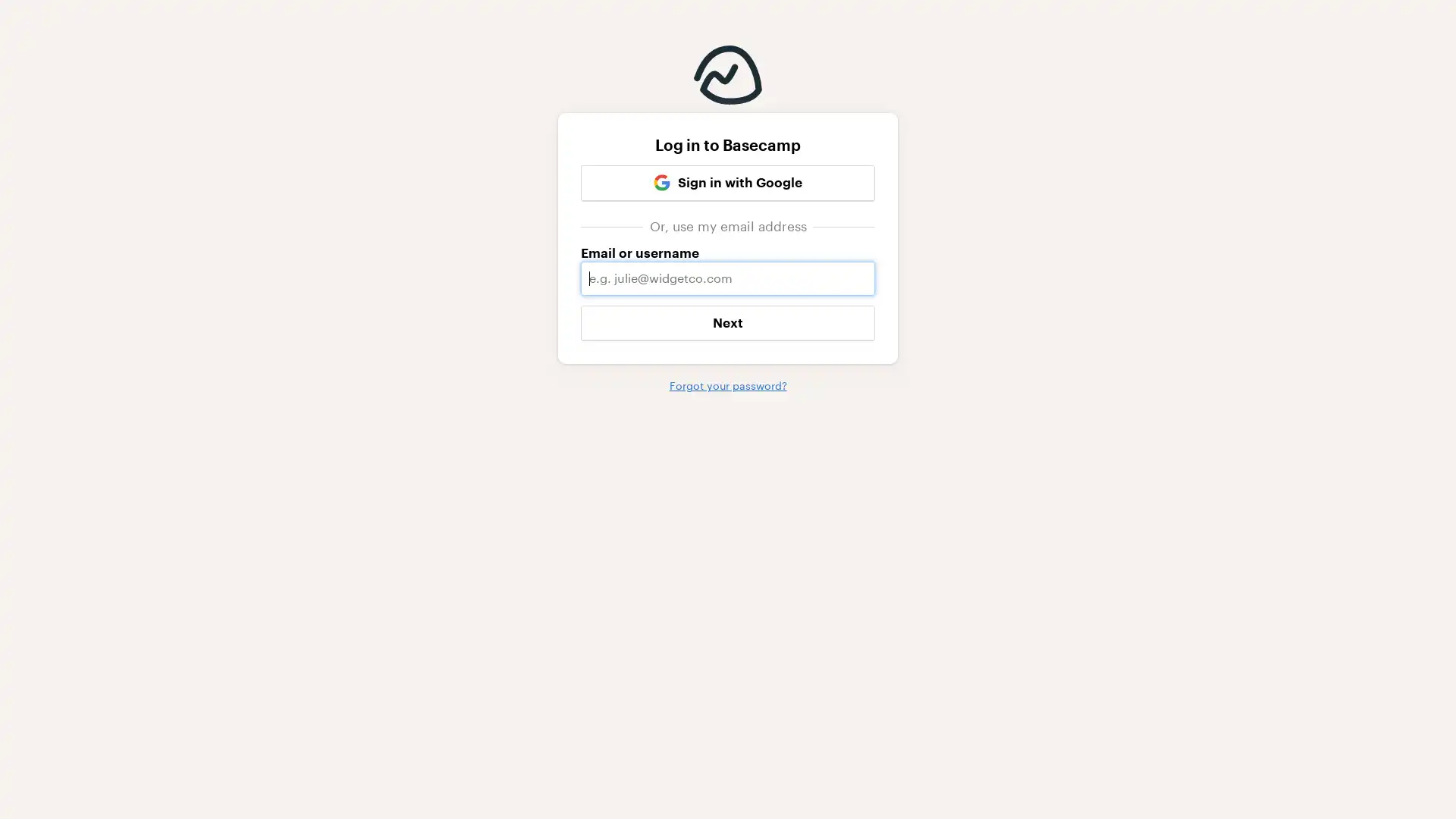  Describe the element at coordinates (728, 183) in the screenshot. I see `Google Sign in with Google` at that location.